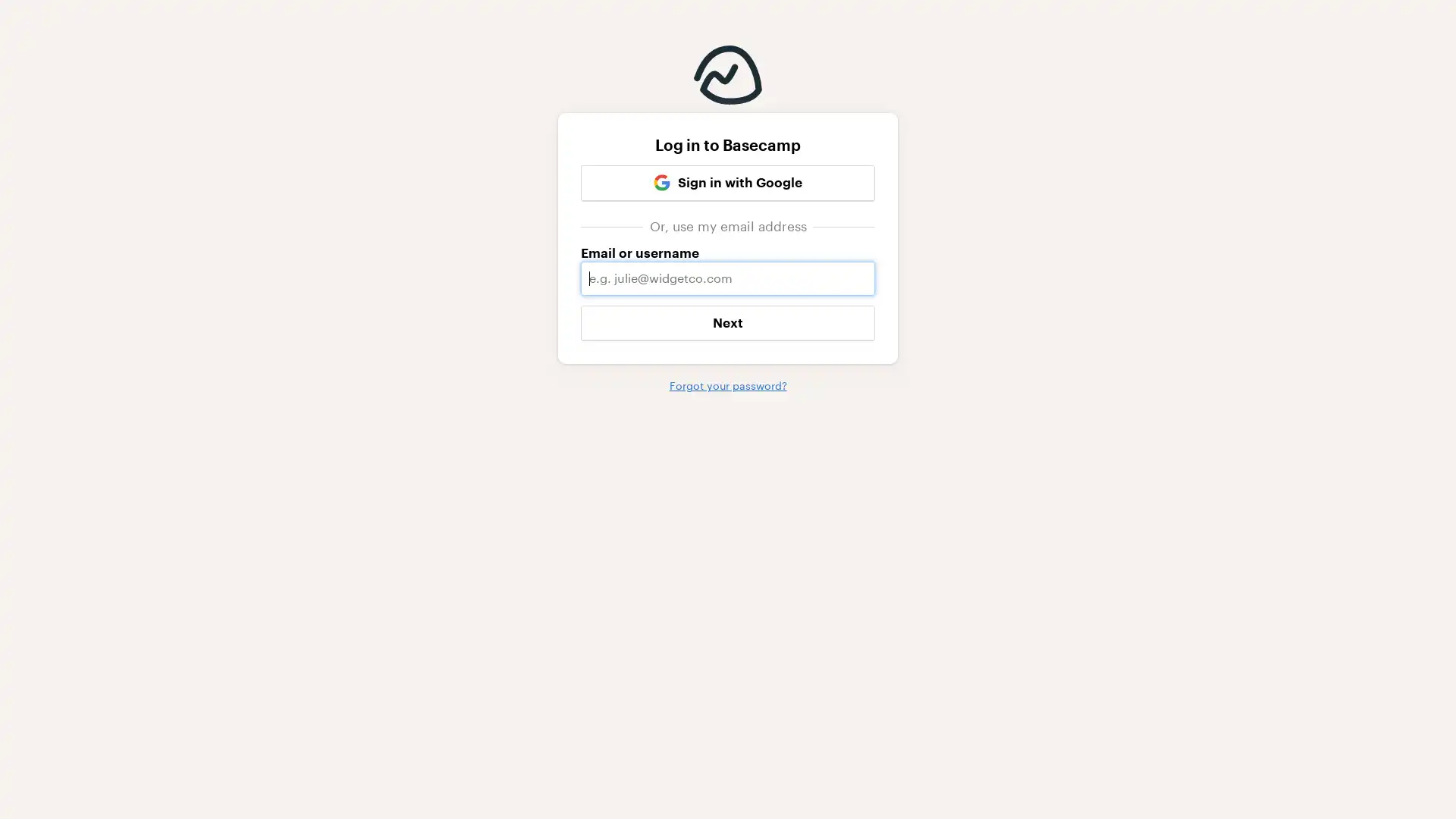  Describe the element at coordinates (728, 183) in the screenshot. I see `Google Sign in with Google` at that location.